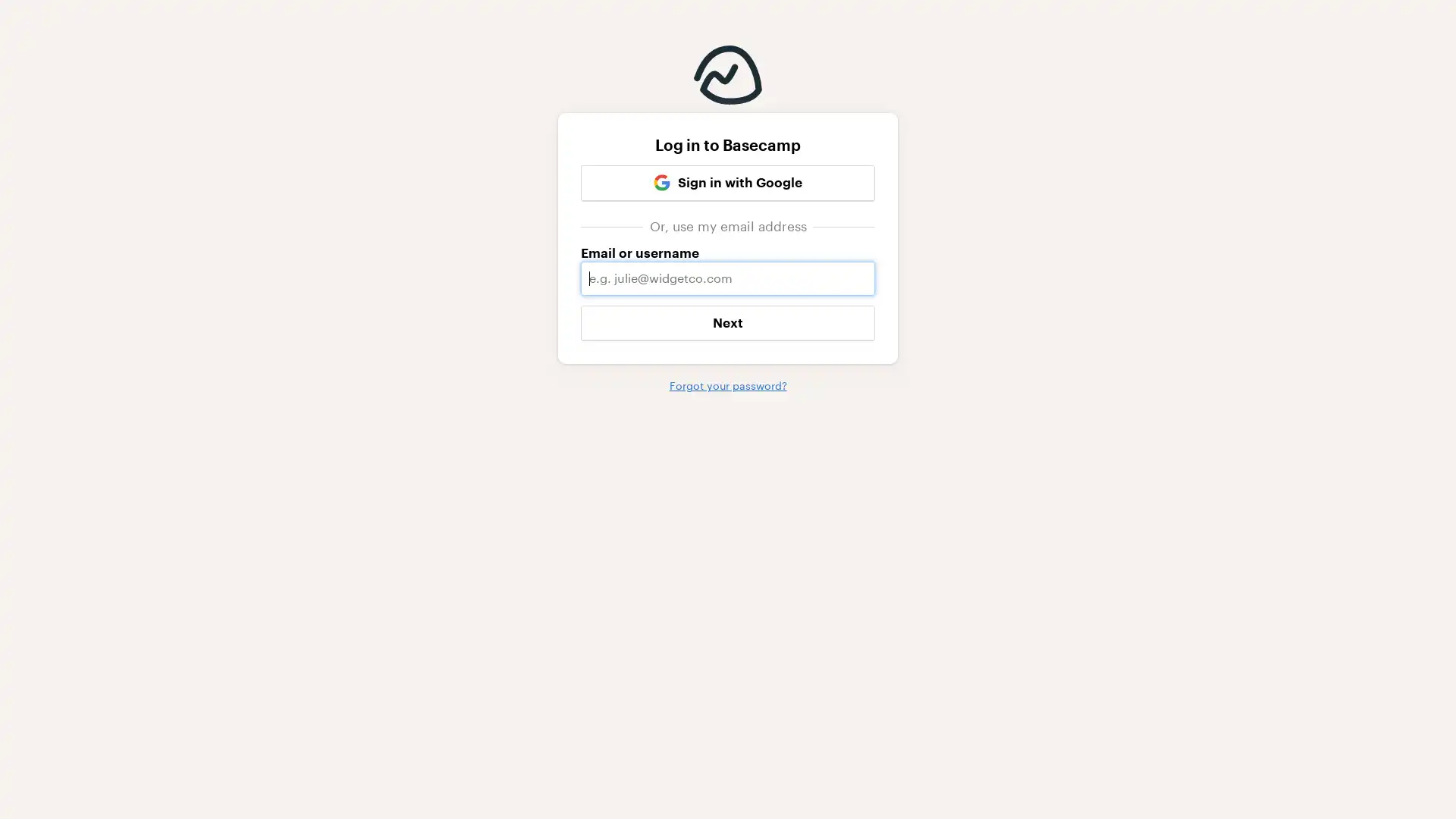  Describe the element at coordinates (728, 183) in the screenshot. I see `Google Sign in with Google` at that location.